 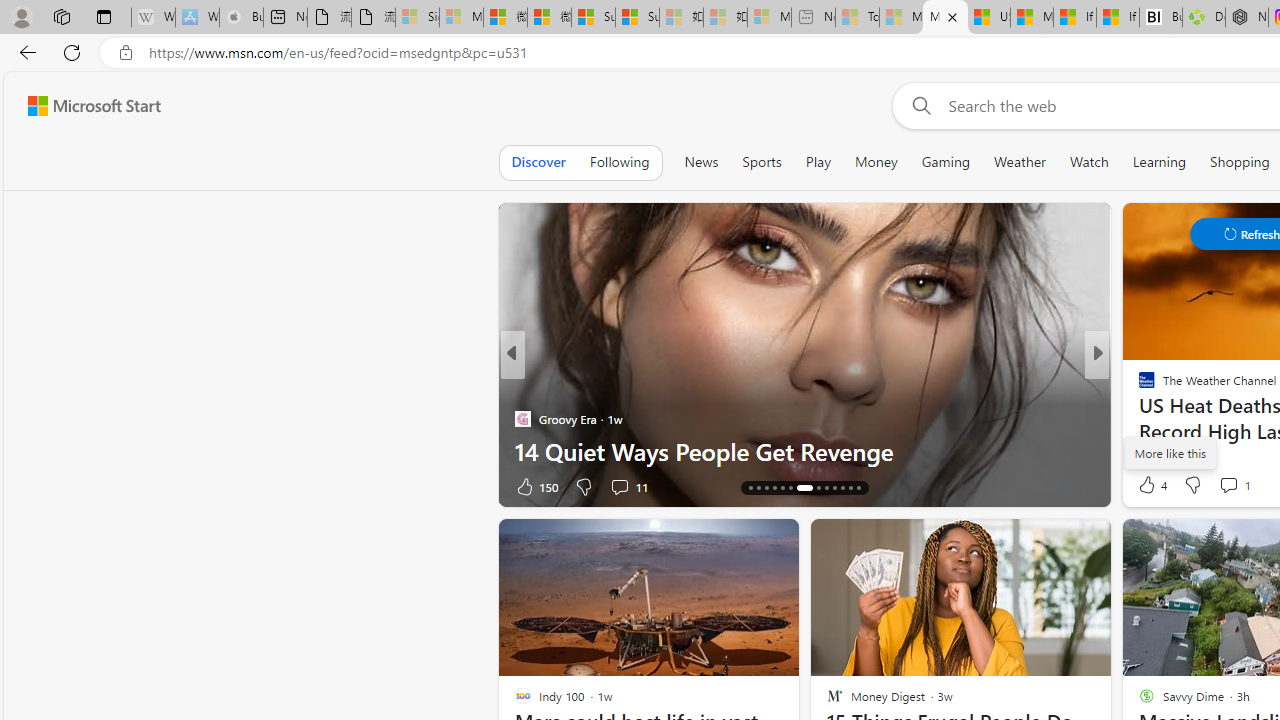 What do you see at coordinates (944, 161) in the screenshot?
I see `'Gaming'` at bounding box center [944, 161].